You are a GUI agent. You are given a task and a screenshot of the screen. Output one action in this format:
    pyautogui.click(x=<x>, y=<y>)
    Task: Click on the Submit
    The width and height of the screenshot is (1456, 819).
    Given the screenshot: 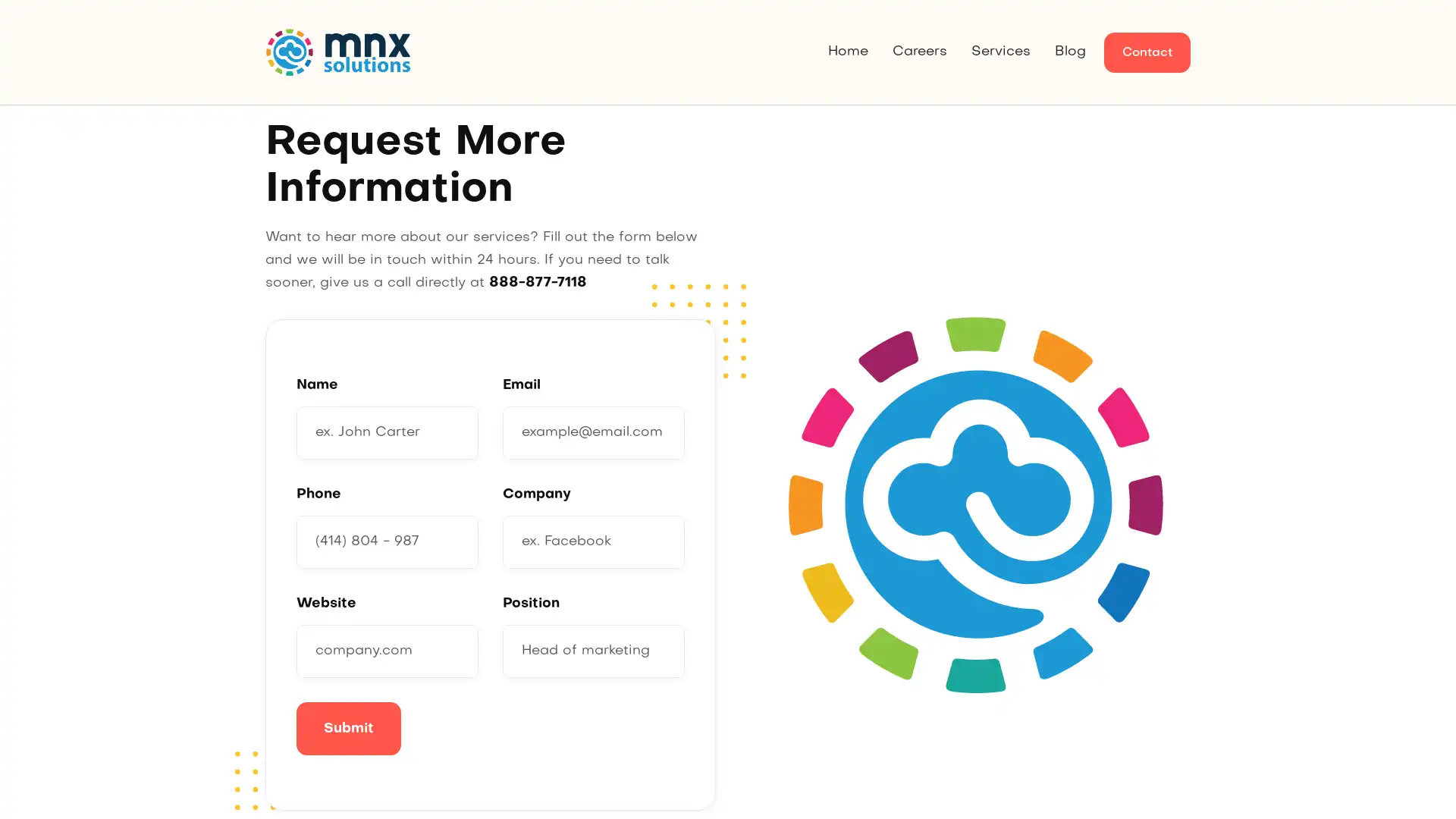 What is the action you would take?
    pyautogui.click(x=348, y=727)
    